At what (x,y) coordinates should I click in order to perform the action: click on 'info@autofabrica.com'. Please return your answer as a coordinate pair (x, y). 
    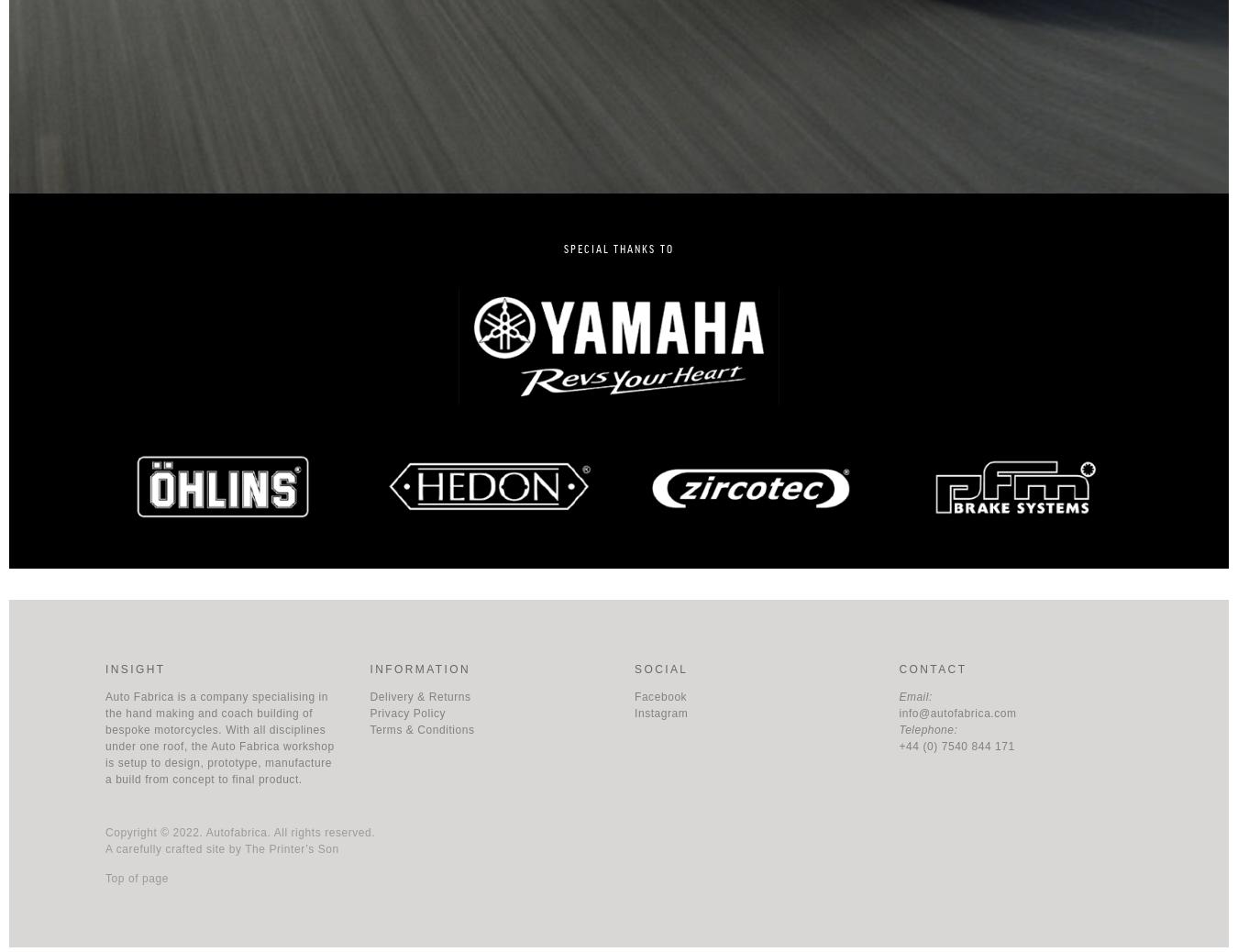
    Looking at the image, I should click on (956, 712).